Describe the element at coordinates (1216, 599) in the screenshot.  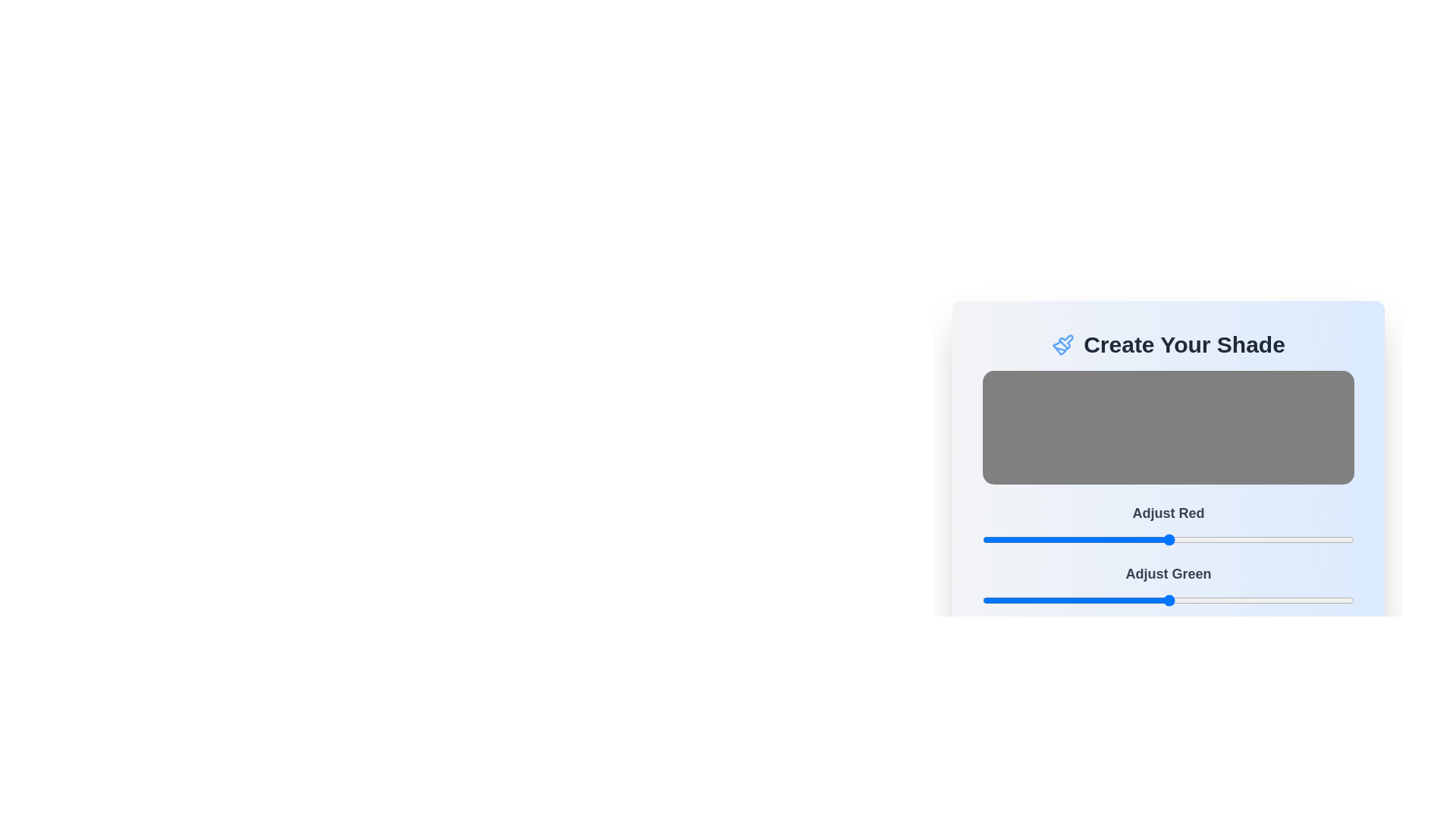
I see `the green color slider to 160` at that location.